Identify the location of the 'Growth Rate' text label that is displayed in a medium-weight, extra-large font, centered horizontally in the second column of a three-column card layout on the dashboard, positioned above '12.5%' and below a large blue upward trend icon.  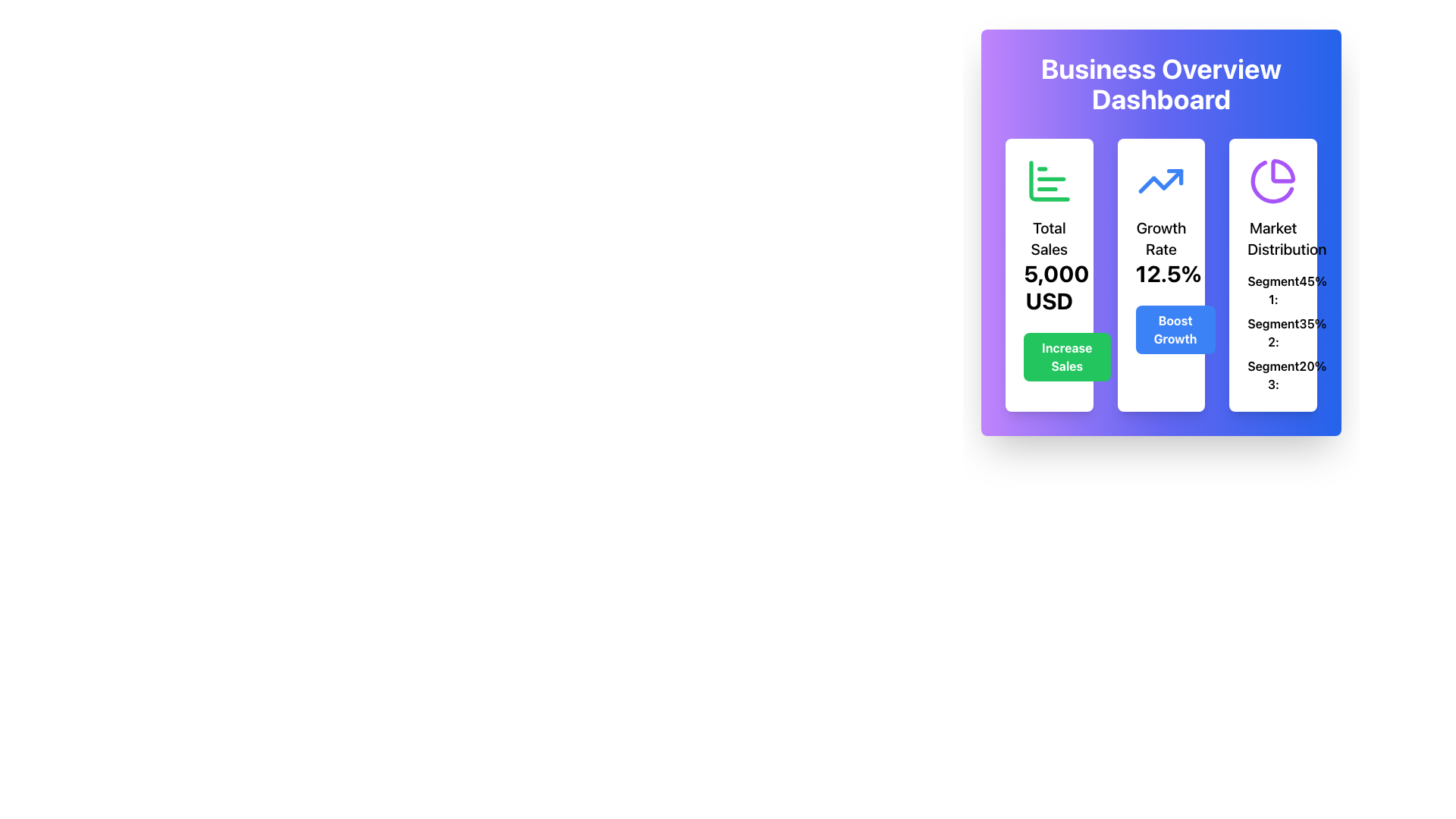
(1160, 239).